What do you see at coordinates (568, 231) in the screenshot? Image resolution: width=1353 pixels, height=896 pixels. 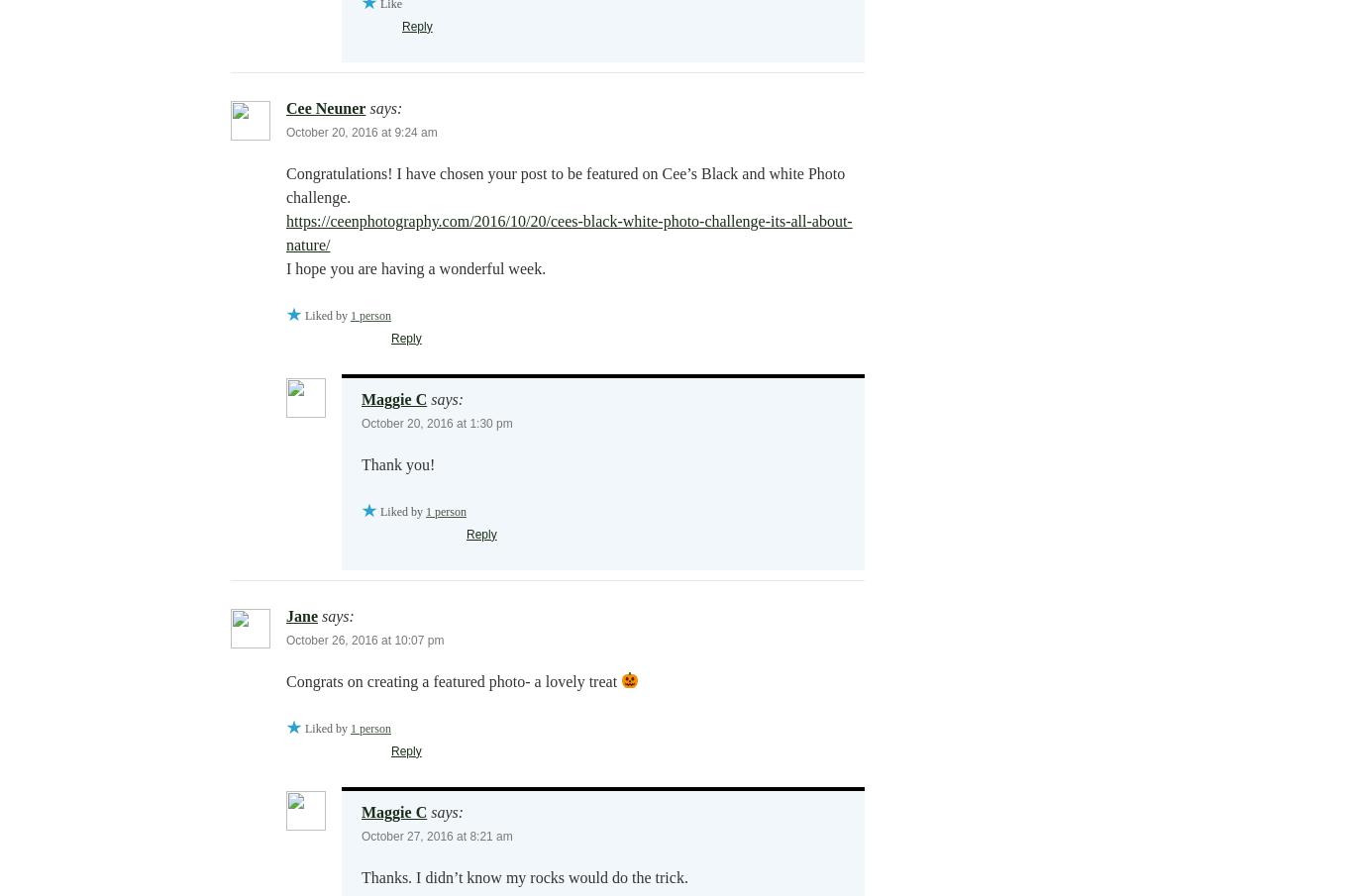 I see `'https://ceenphotography.com/2016/10/20/cees-black-white-photo-challenge-its-all-about-nature/'` at bounding box center [568, 231].